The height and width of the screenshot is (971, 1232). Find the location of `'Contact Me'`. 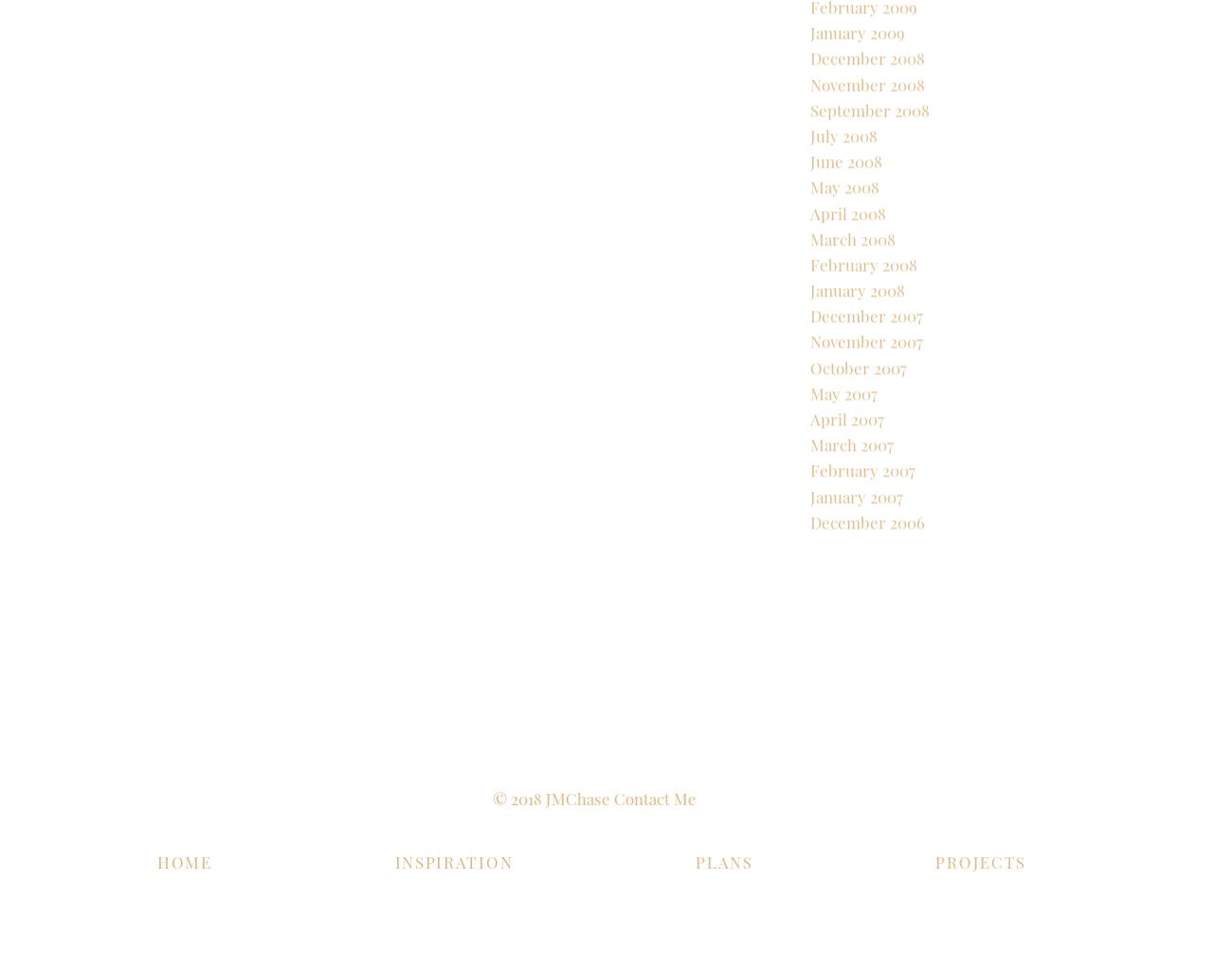

'Contact Me' is located at coordinates (581, 798).